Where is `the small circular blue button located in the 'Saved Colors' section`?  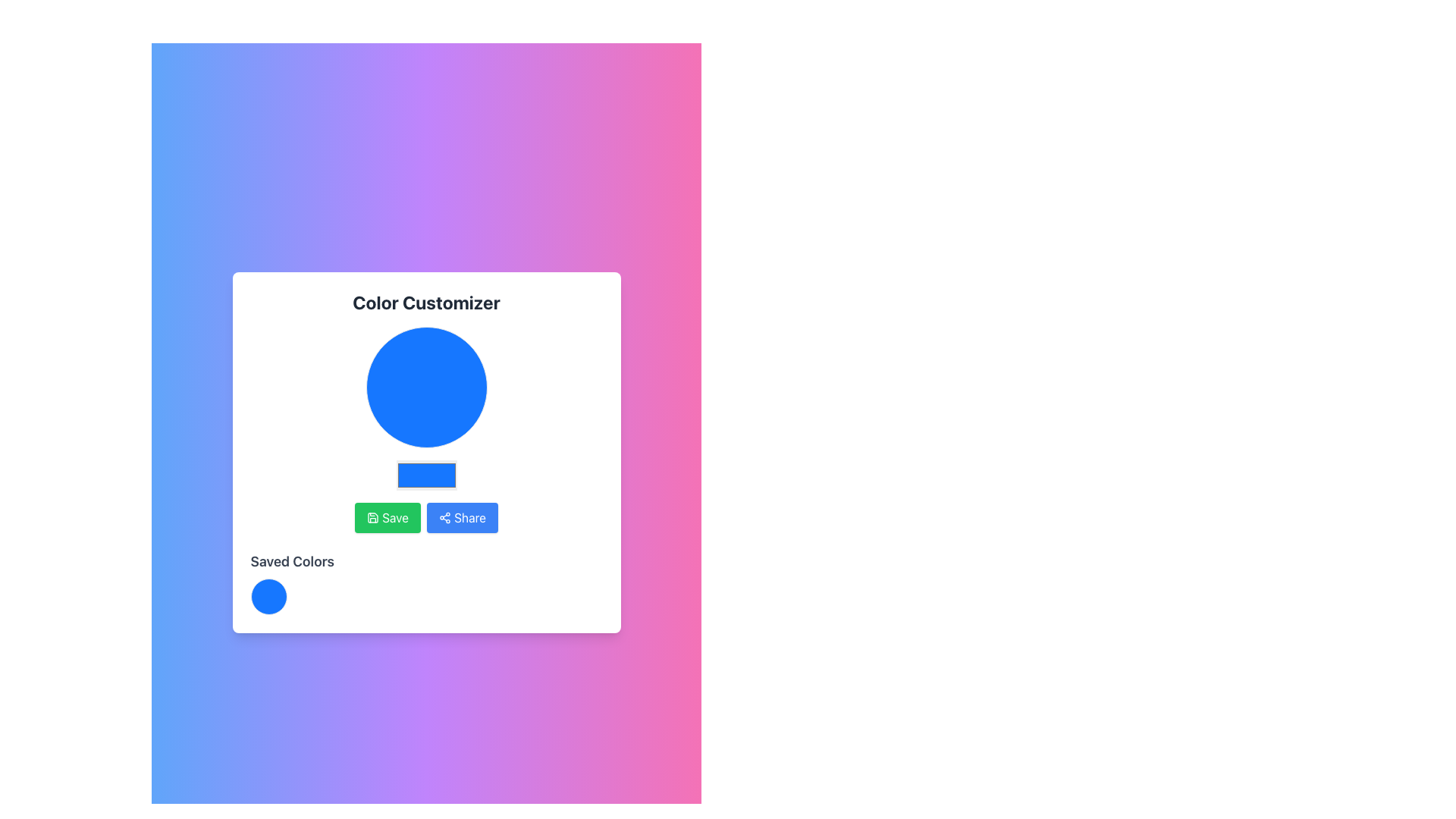 the small circular blue button located in the 'Saved Colors' section is located at coordinates (268, 595).